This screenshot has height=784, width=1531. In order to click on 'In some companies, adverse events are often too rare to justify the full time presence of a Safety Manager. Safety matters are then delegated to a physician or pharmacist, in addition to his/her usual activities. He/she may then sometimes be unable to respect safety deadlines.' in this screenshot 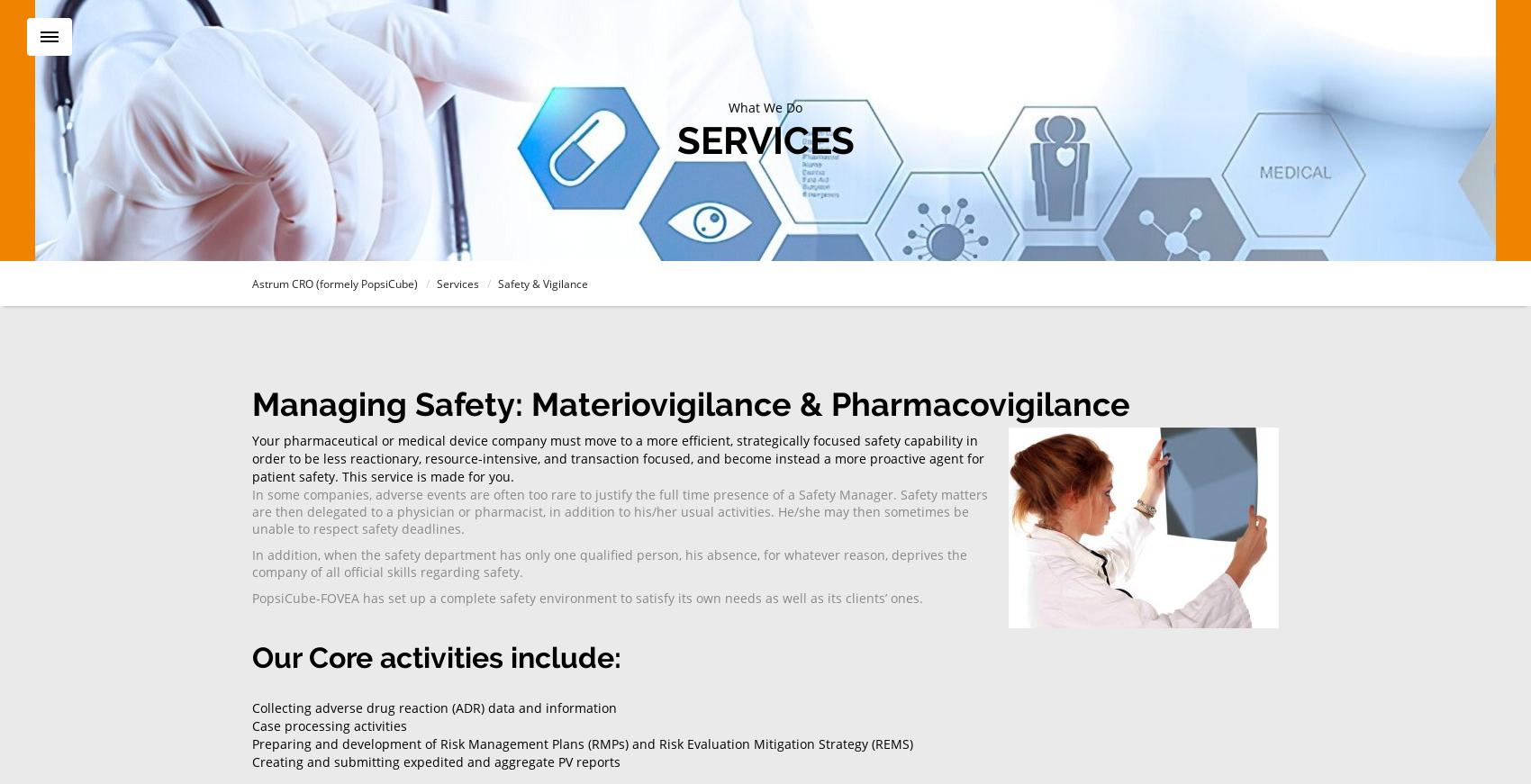, I will do `click(620, 510)`.